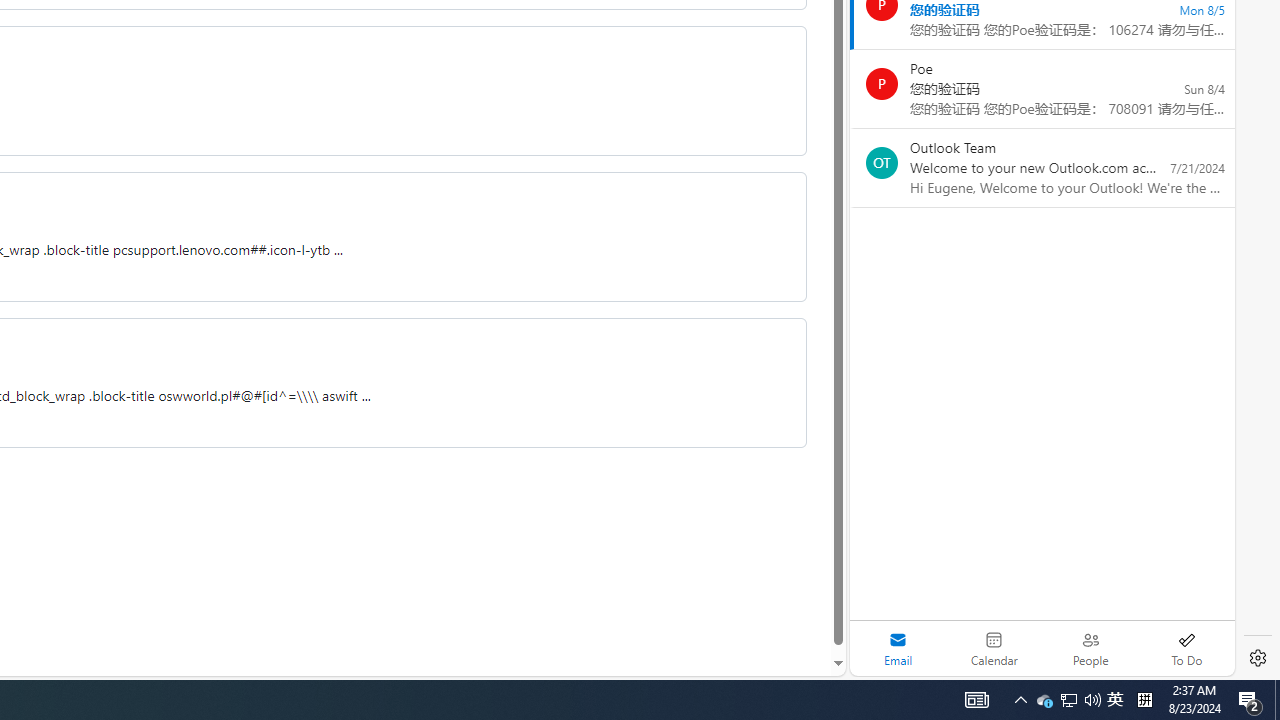 The height and width of the screenshot is (720, 1280). I want to click on 'Selected mail module', so click(897, 648).